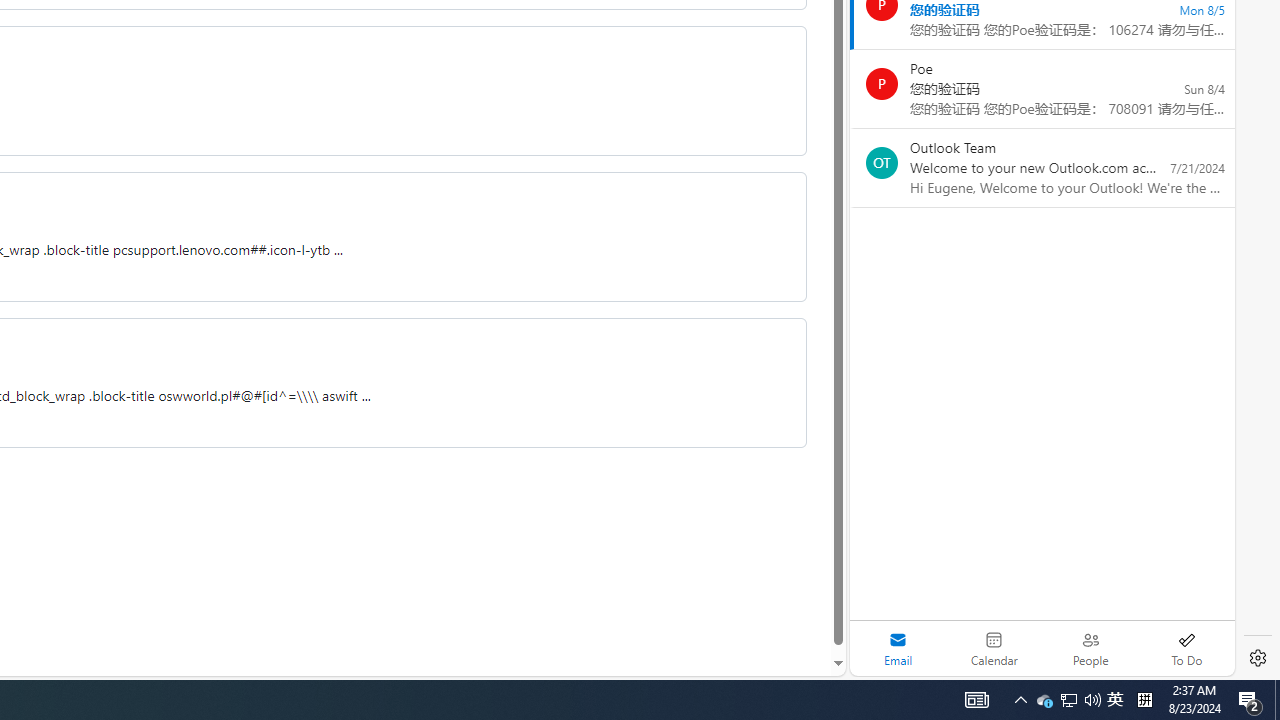 The height and width of the screenshot is (720, 1280). I want to click on 'Selected mail module', so click(897, 648).